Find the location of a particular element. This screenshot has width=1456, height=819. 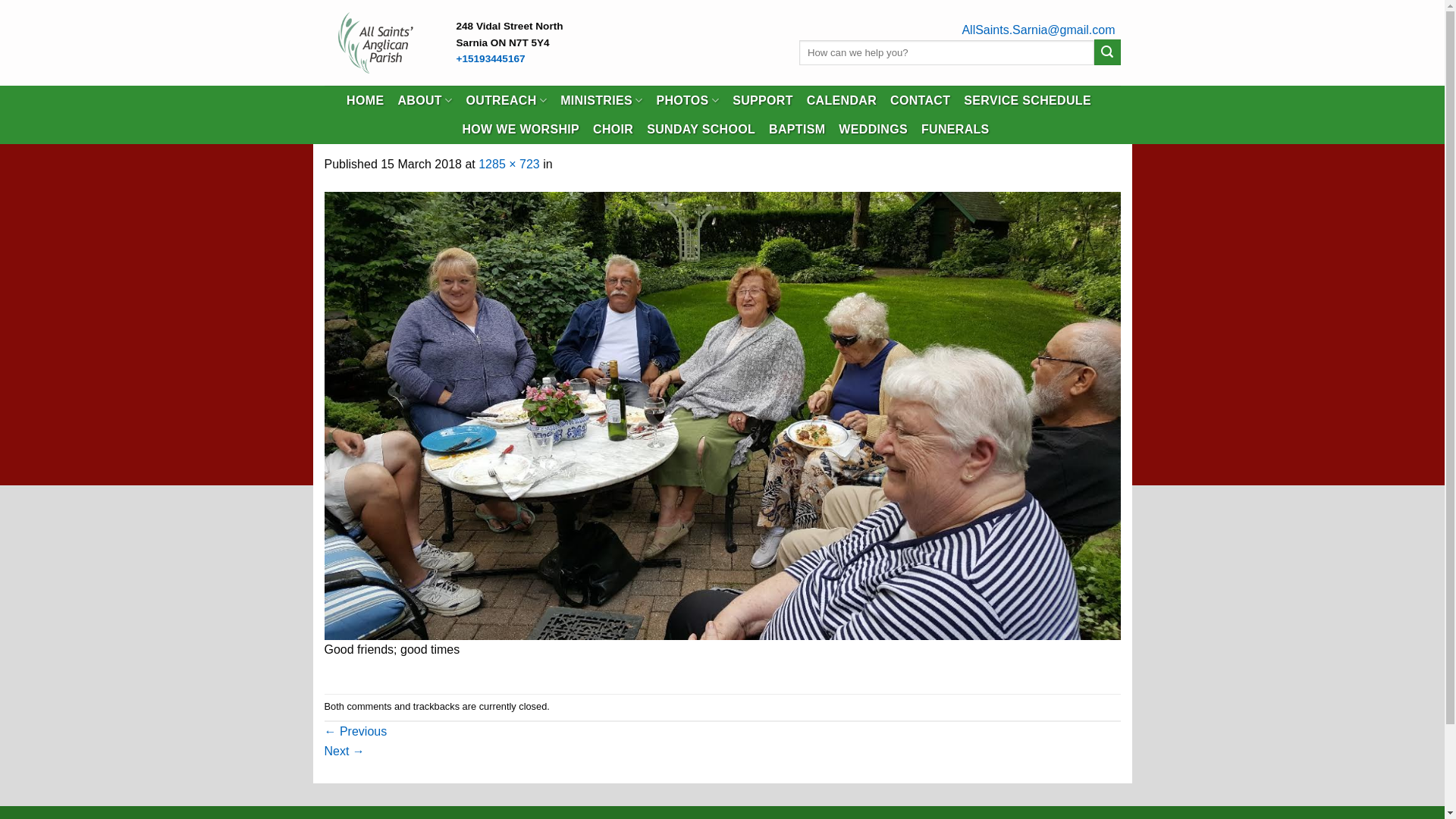

'BAPTISM' is located at coordinates (796, 128).